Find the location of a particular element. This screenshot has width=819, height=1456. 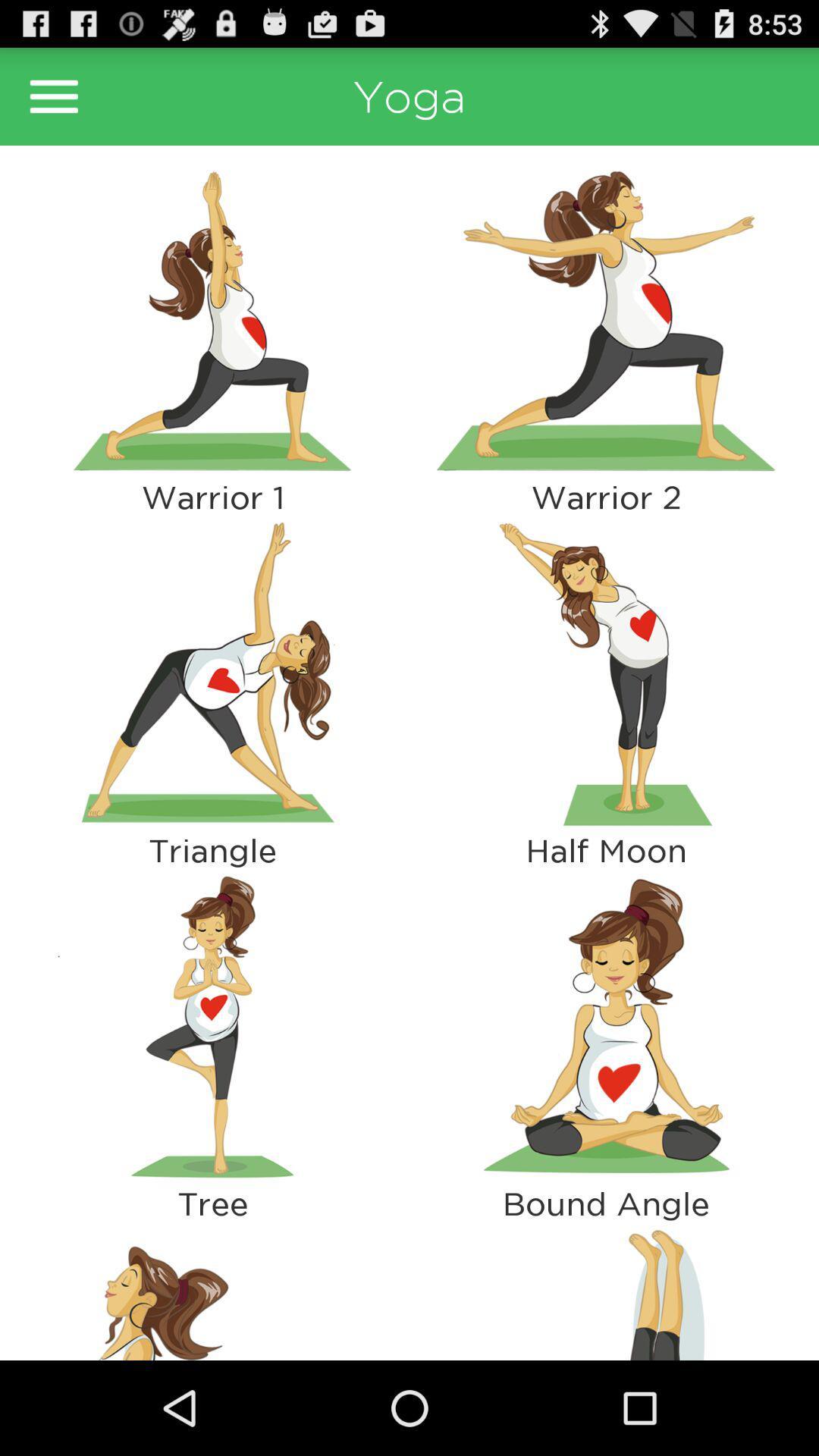

the warrior 1 icon is located at coordinates (212, 497).